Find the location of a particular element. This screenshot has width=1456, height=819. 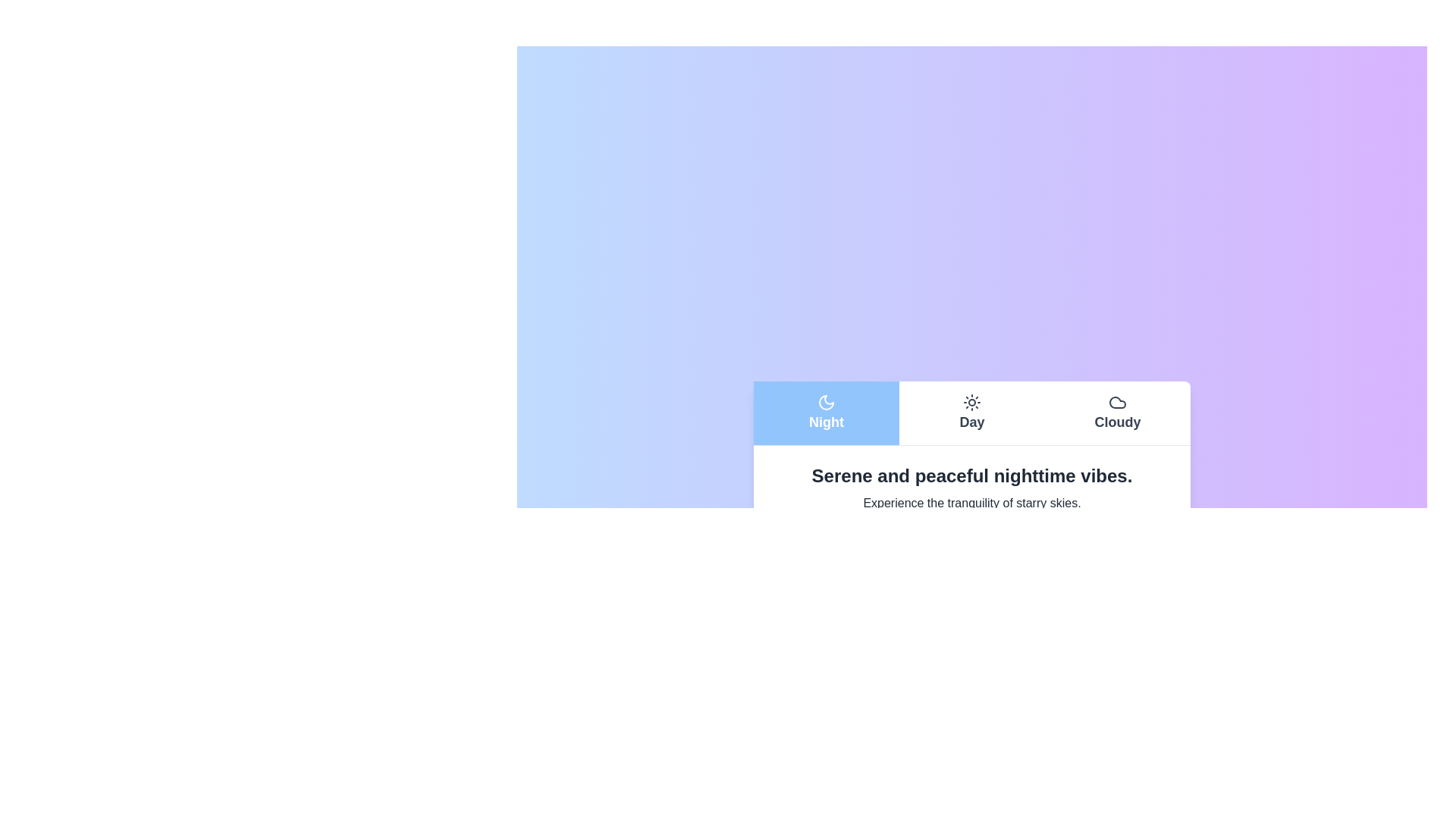

the Cloudy tab by clicking on it is located at coordinates (1117, 413).